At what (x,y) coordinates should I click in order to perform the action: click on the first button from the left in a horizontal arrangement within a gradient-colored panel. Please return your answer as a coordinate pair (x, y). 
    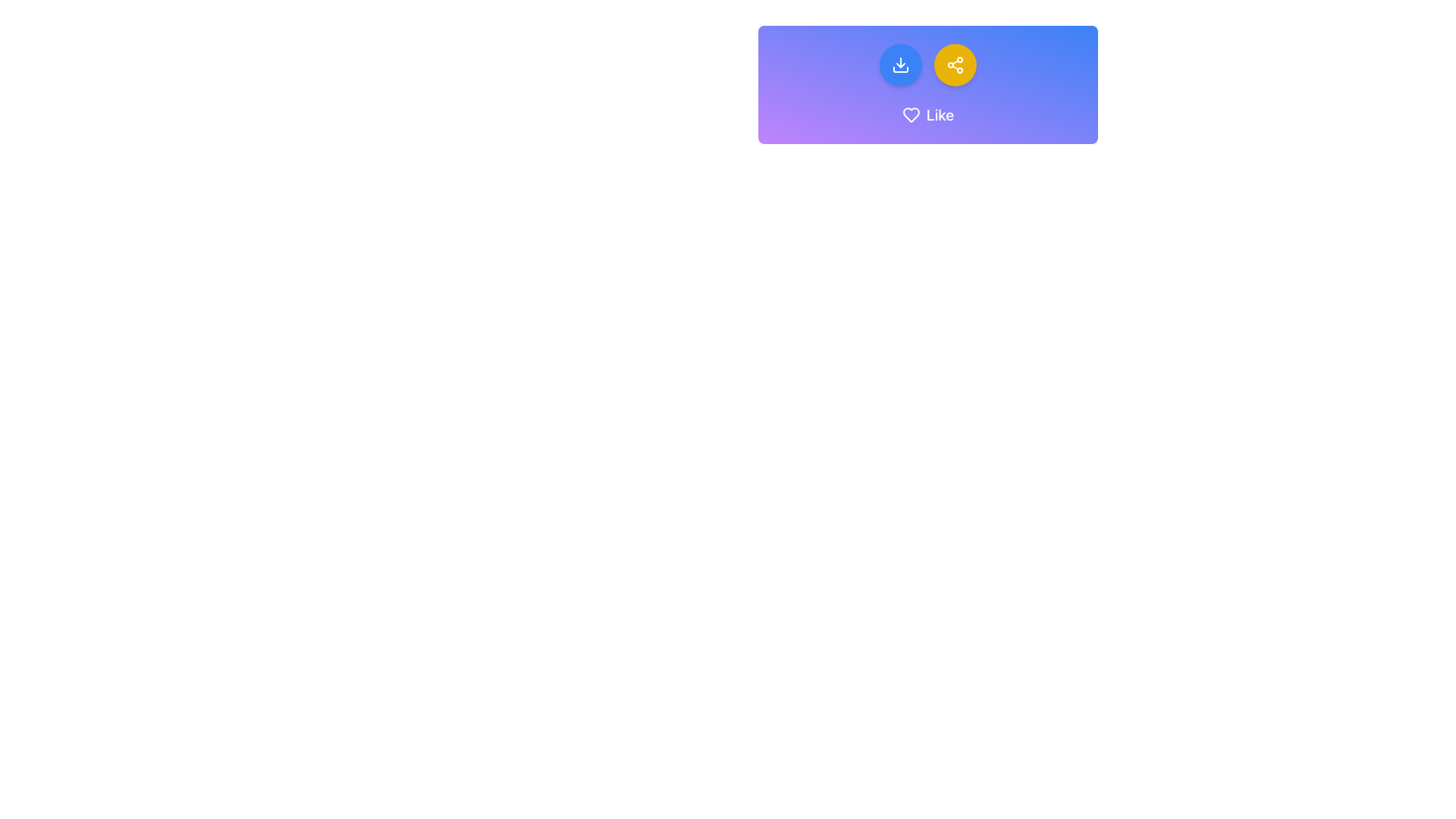
    Looking at the image, I should click on (901, 64).